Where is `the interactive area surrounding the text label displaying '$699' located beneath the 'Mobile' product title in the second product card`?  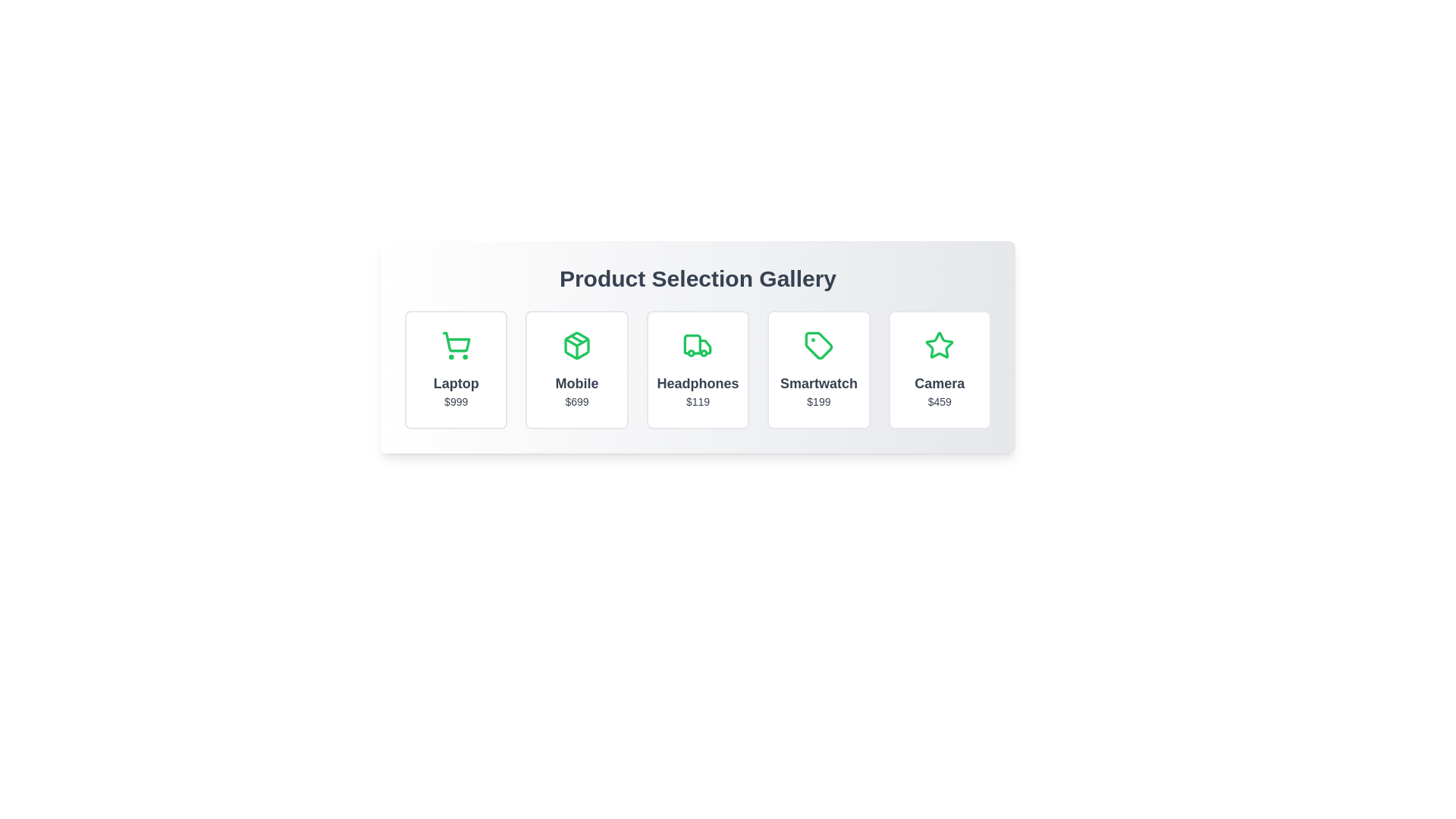
the interactive area surrounding the text label displaying '$699' located beneath the 'Mobile' product title in the second product card is located at coordinates (576, 400).